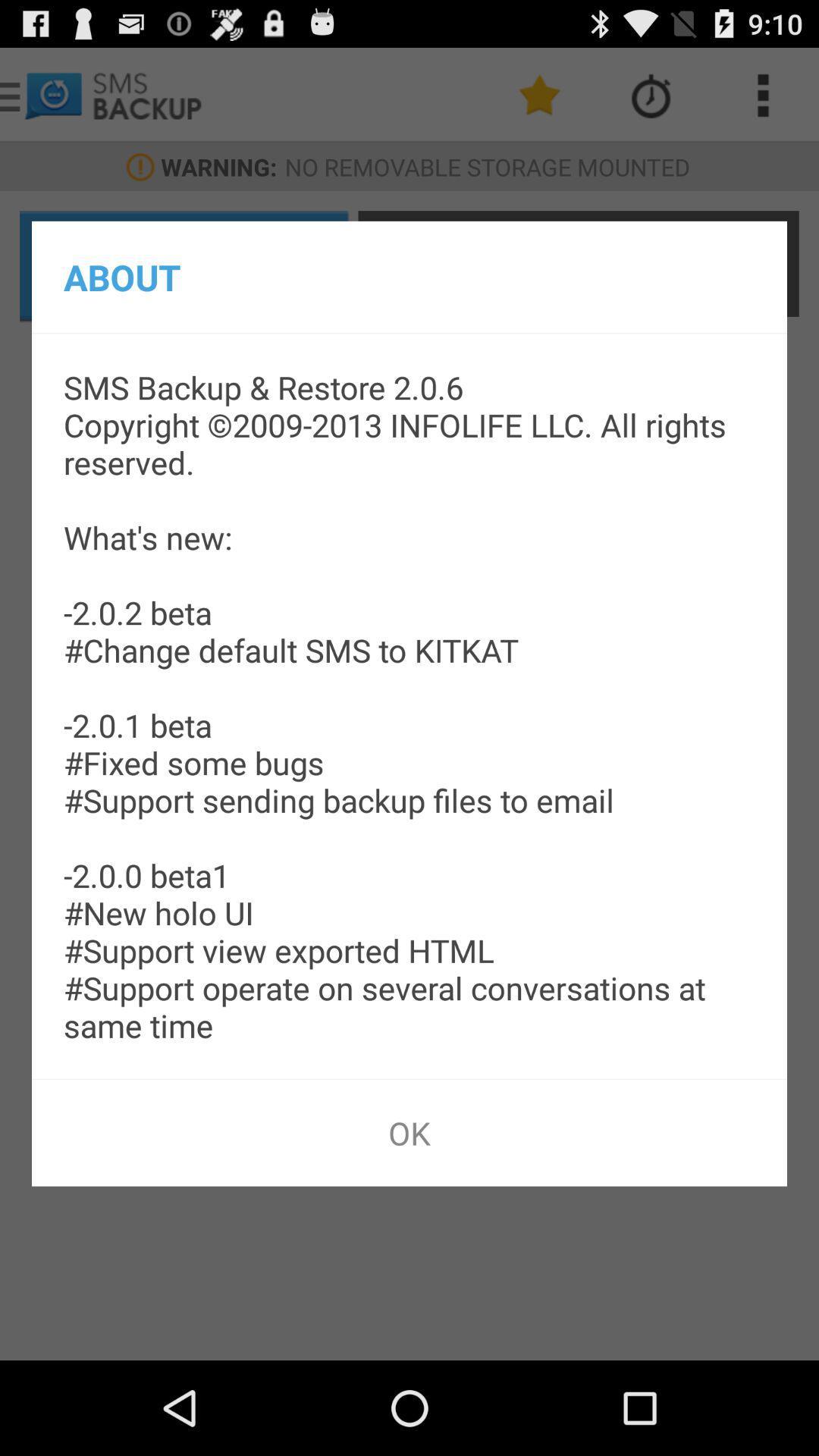 This screenshot has height=1456, width=819. What do you see at coordinates (409, 1132) in the screenshot?
I see `app below the sms backup restore icon` at bounding box center [409, 1132].